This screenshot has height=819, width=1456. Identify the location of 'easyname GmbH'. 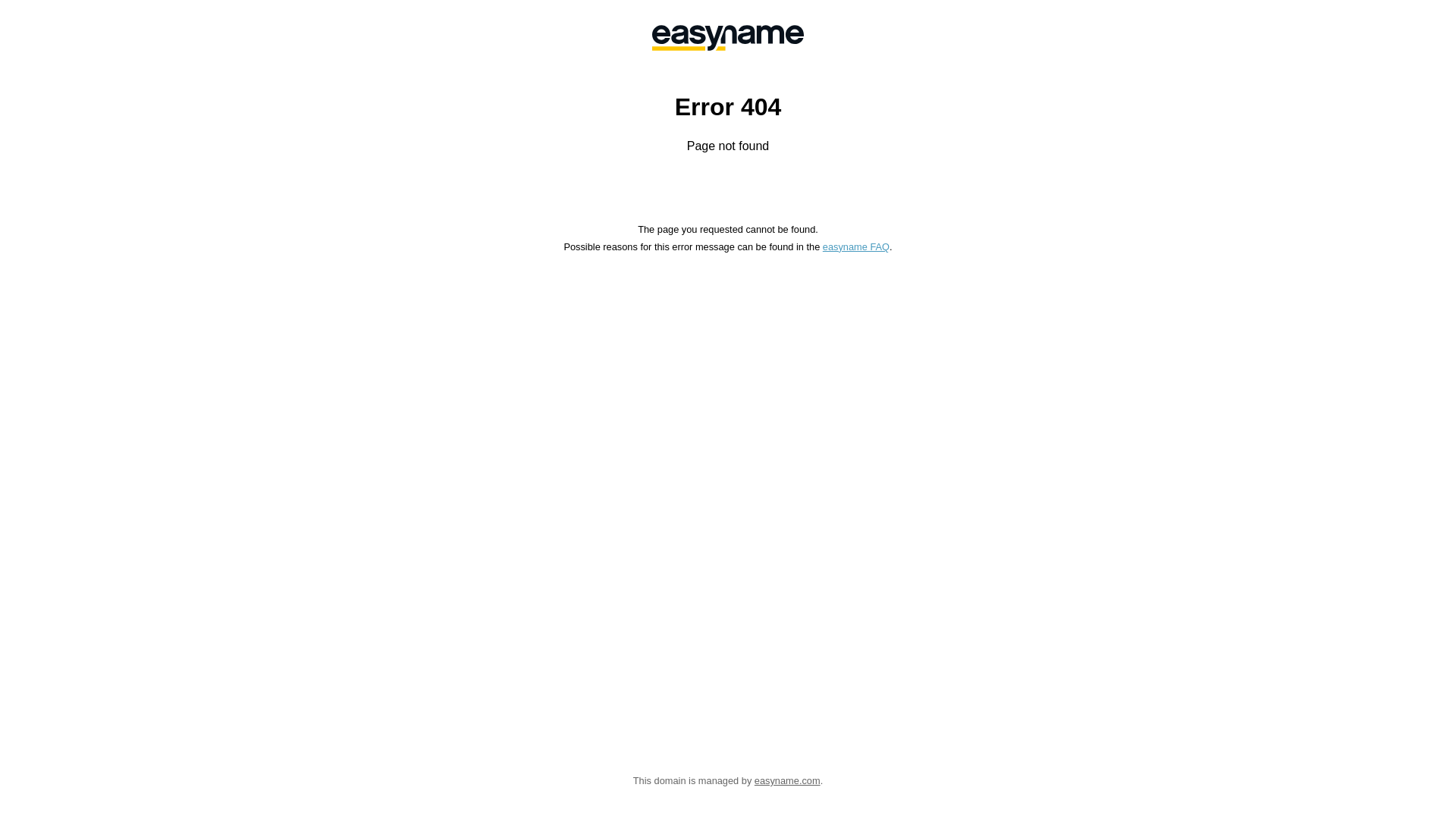
(728, 37).